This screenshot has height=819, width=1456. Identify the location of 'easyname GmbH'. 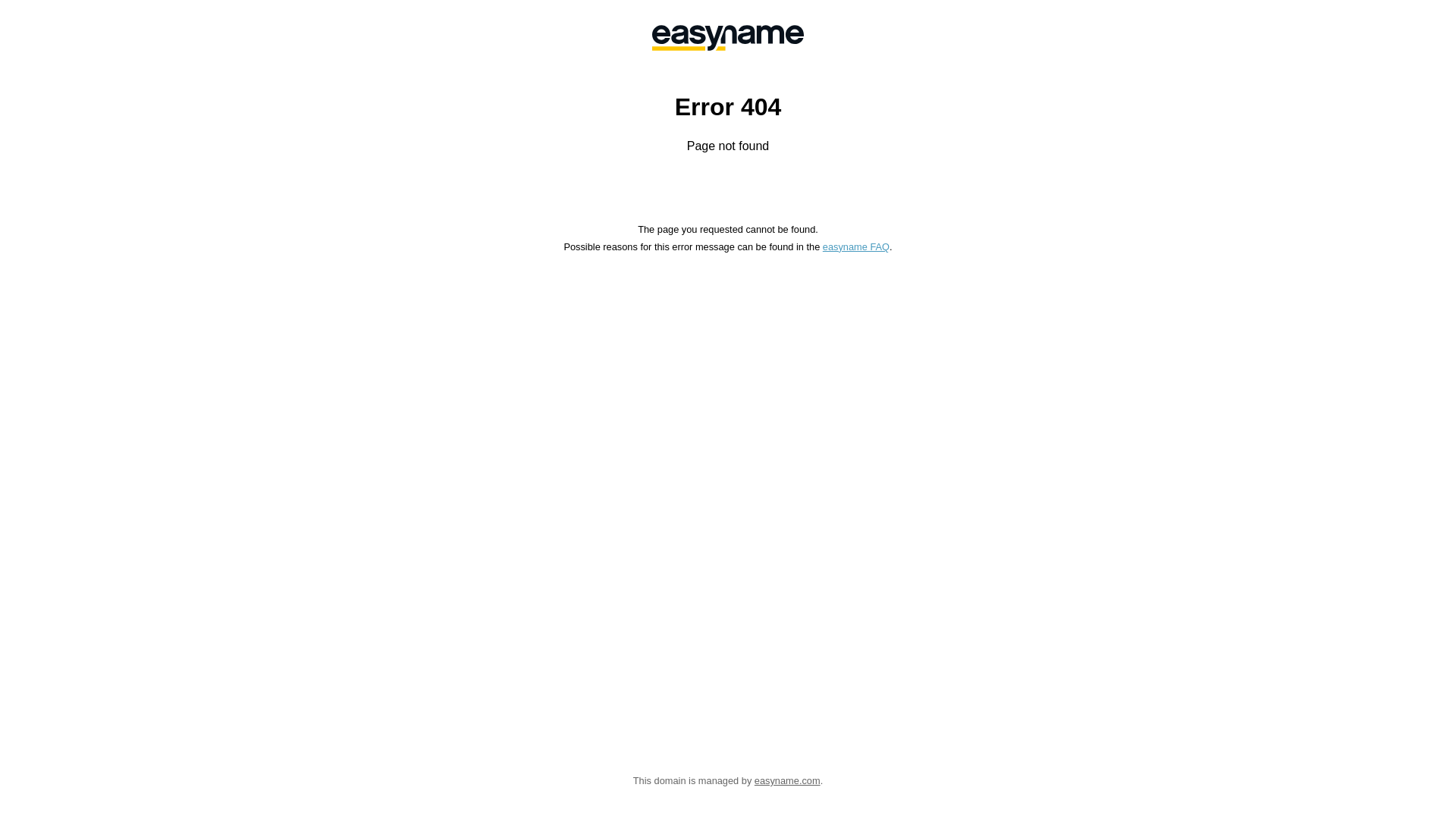
(728, 37).